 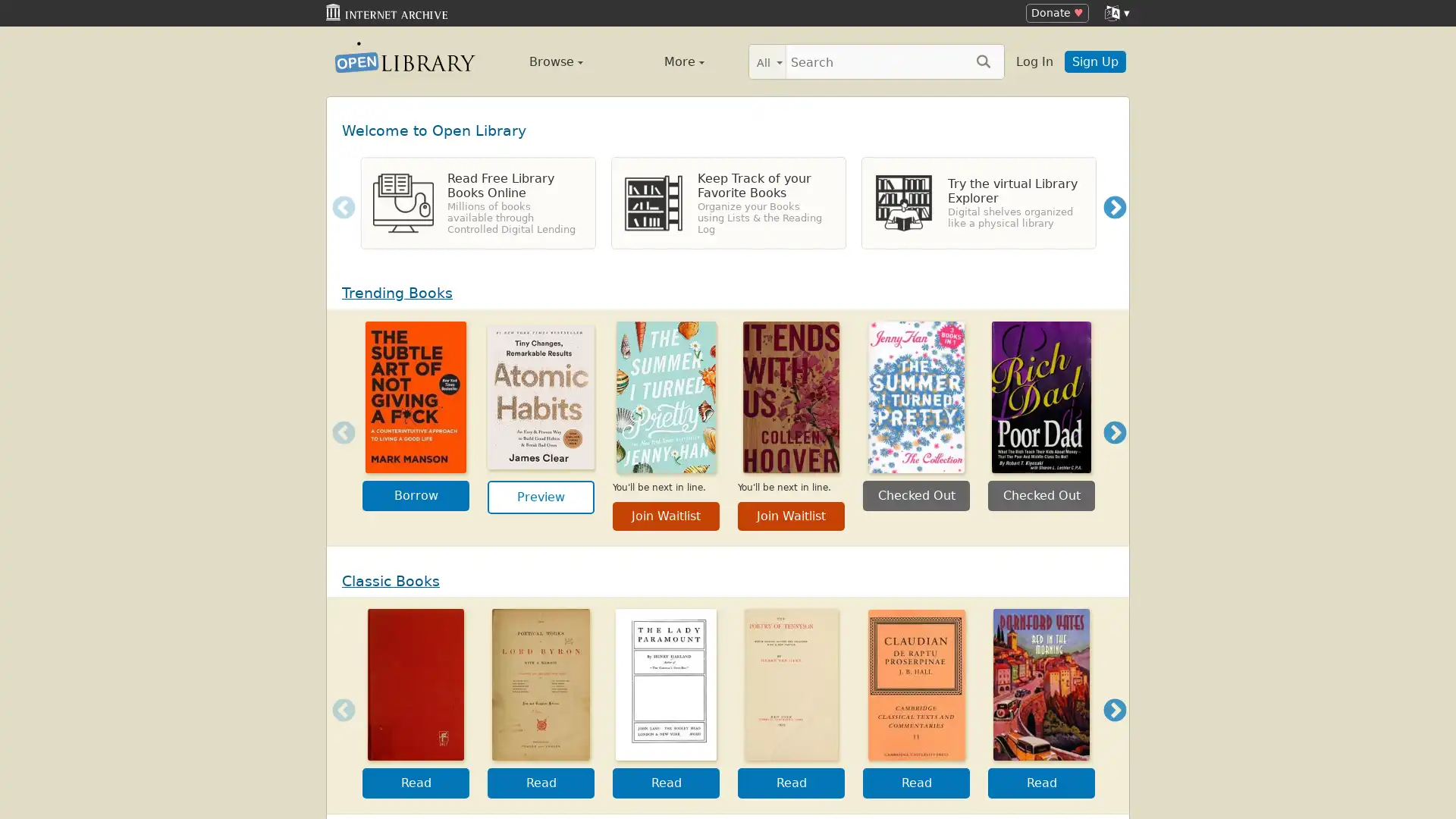 I want to click on Join Waitlist, so click(x=790, y=516).